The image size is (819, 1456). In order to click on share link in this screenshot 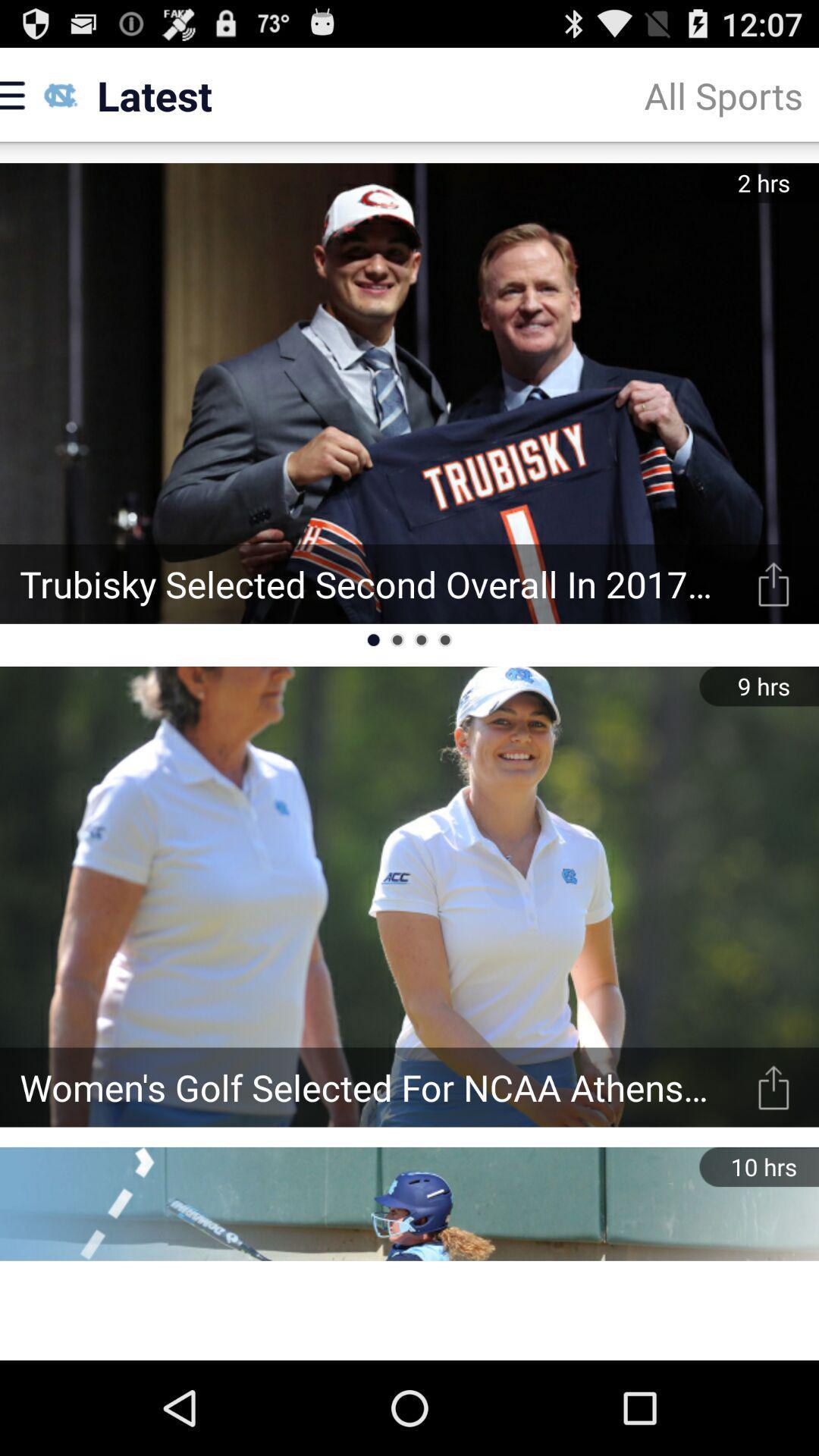, I will do `click(773, 1087)`.